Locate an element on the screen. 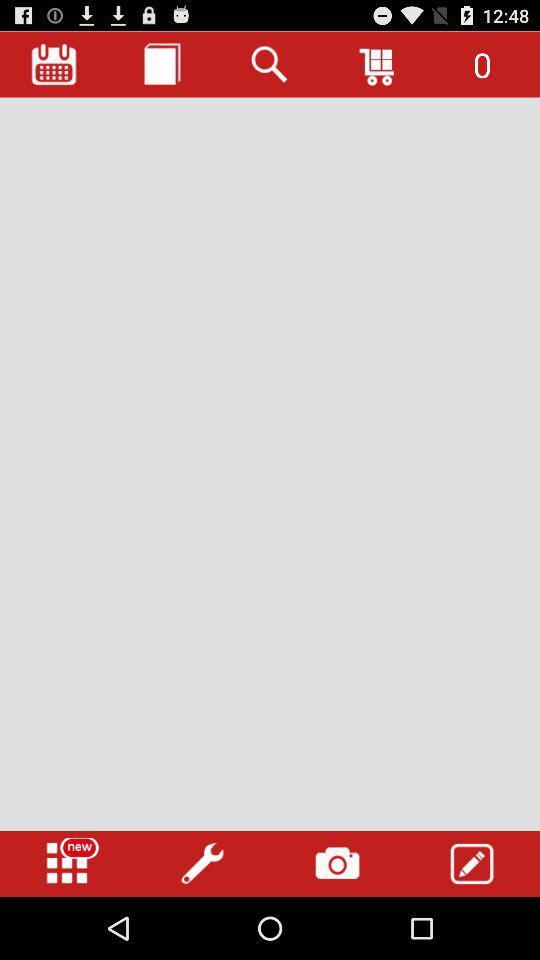 This screenshot has width=540, height=960. open menu is located at coordinates (67, 863).